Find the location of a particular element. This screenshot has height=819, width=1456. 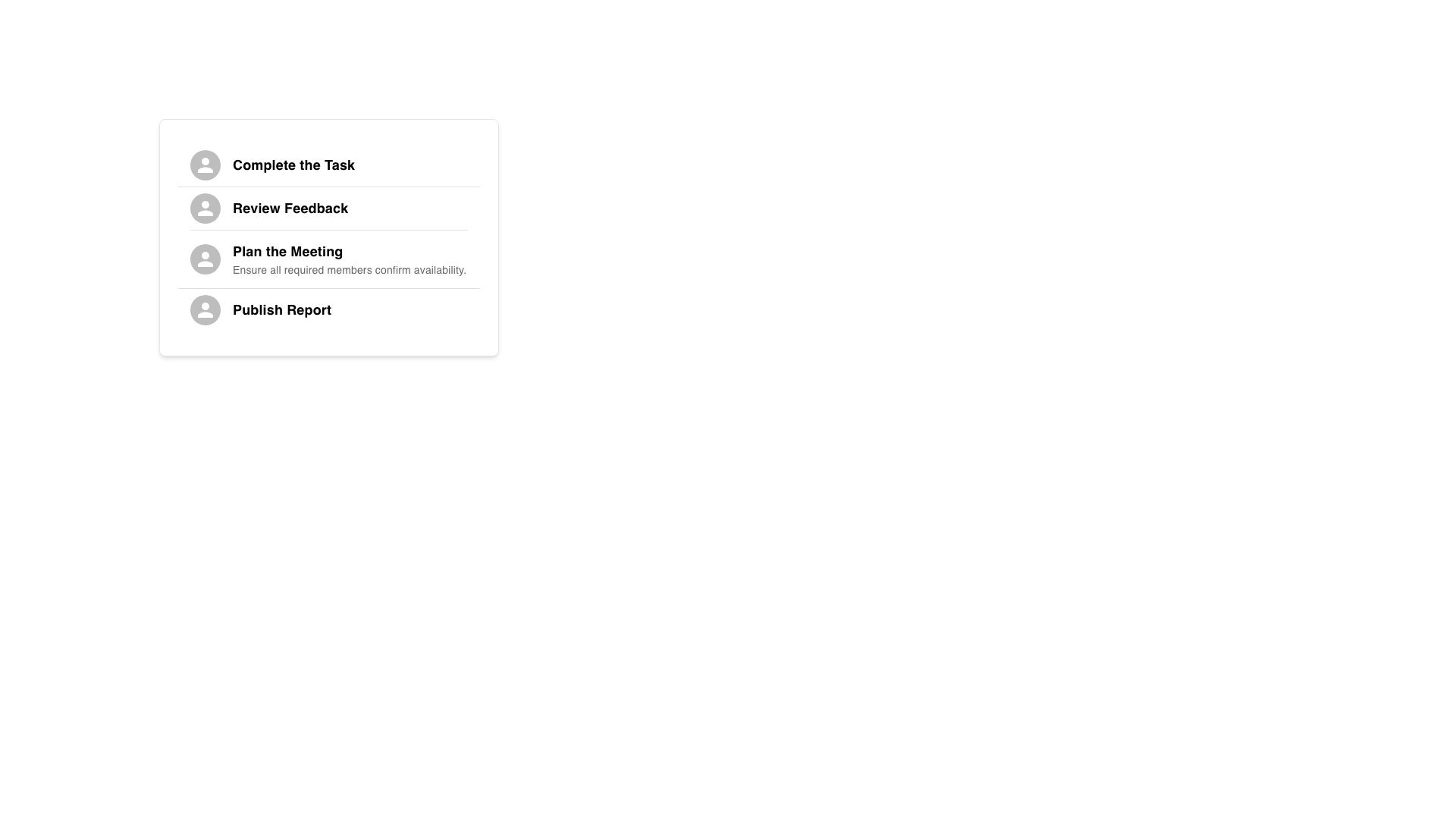

on the third task item in the task management interface is located at coordinates (328, 259).